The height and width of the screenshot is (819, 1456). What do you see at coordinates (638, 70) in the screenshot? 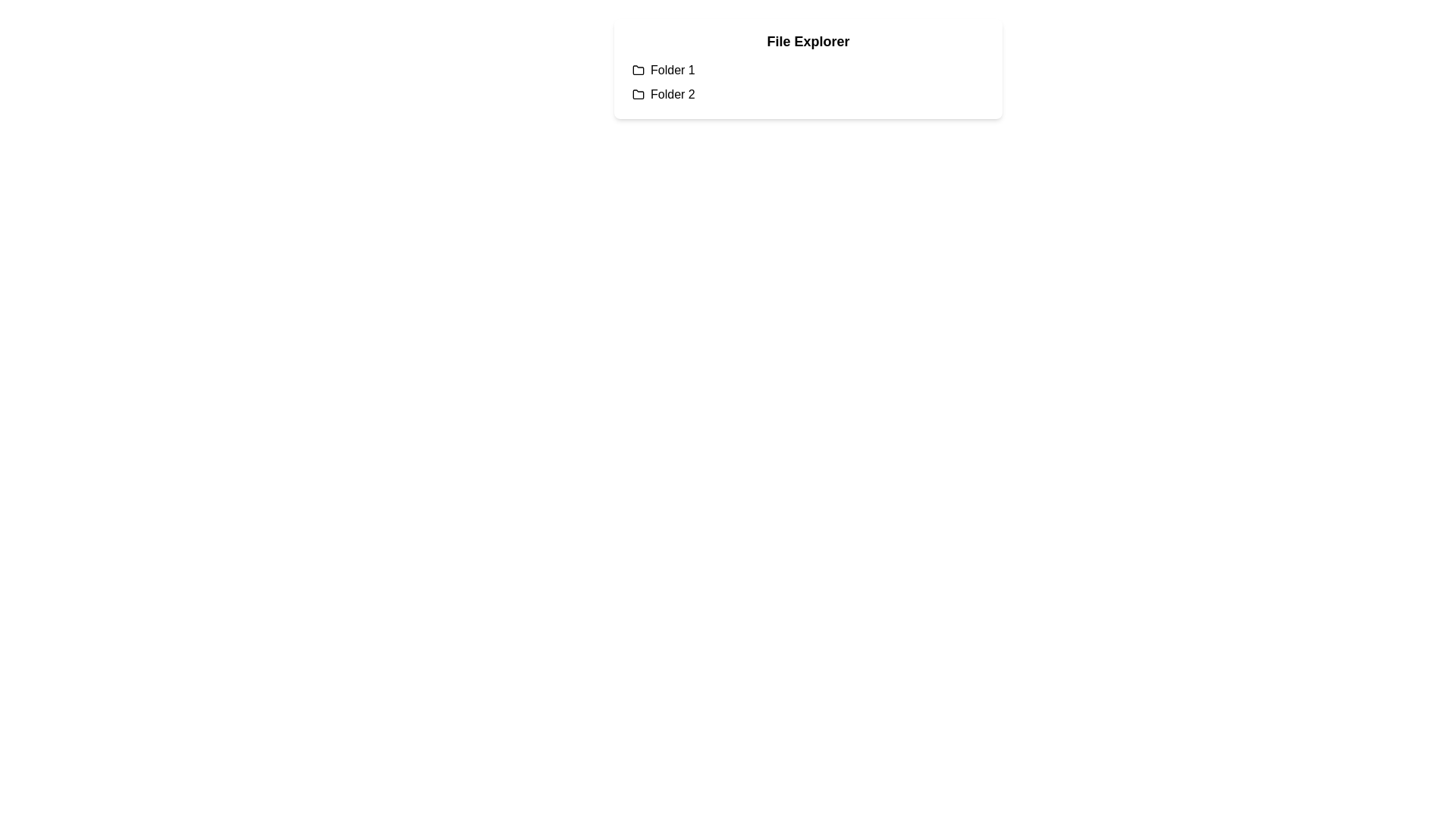
I see `the folder icon positioned to the left of the label 'Folder 1'` at bounding box center [638, 70].